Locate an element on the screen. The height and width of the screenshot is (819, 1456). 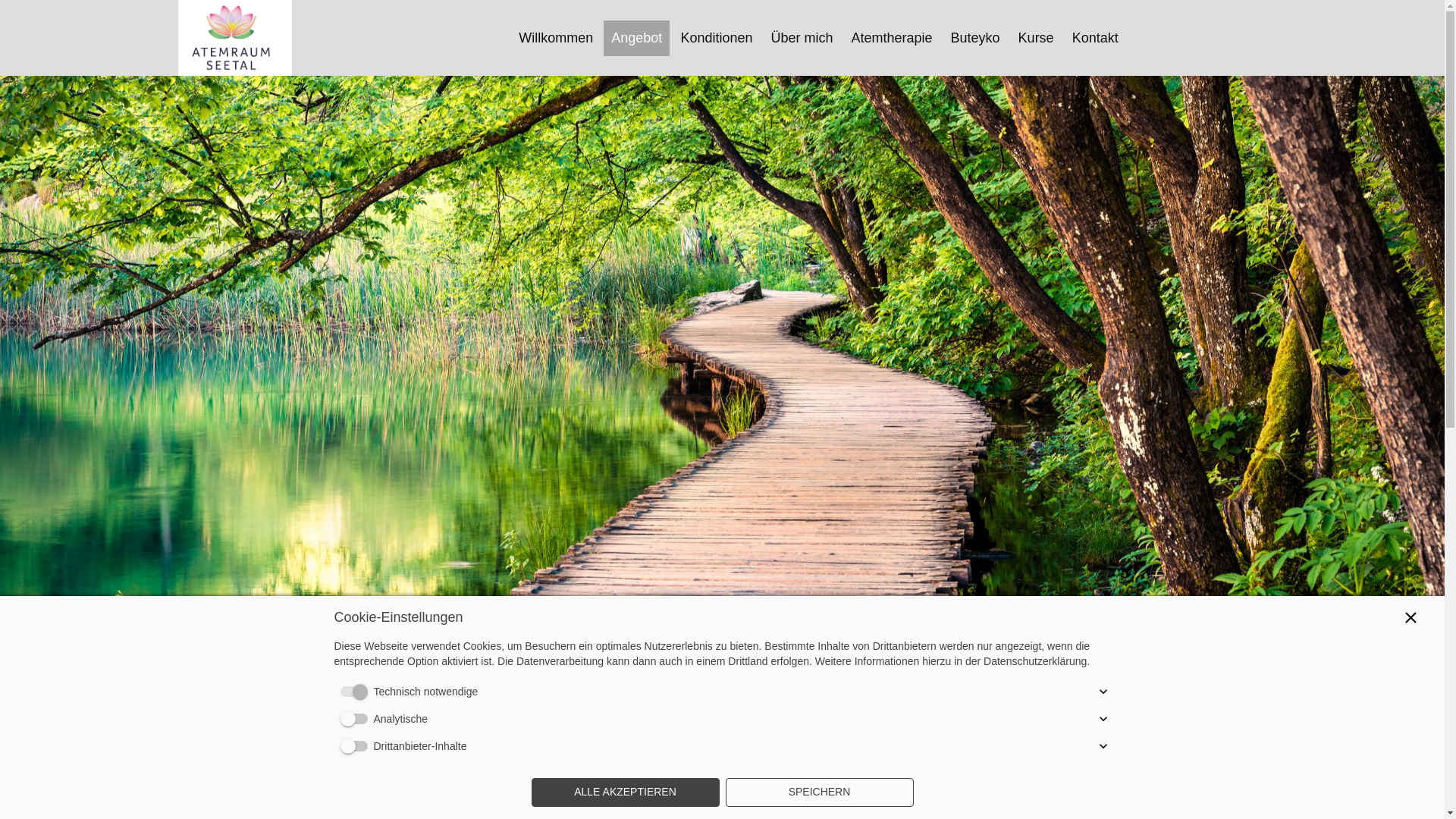
'Buteyko' is located at coordinates (975, 37).